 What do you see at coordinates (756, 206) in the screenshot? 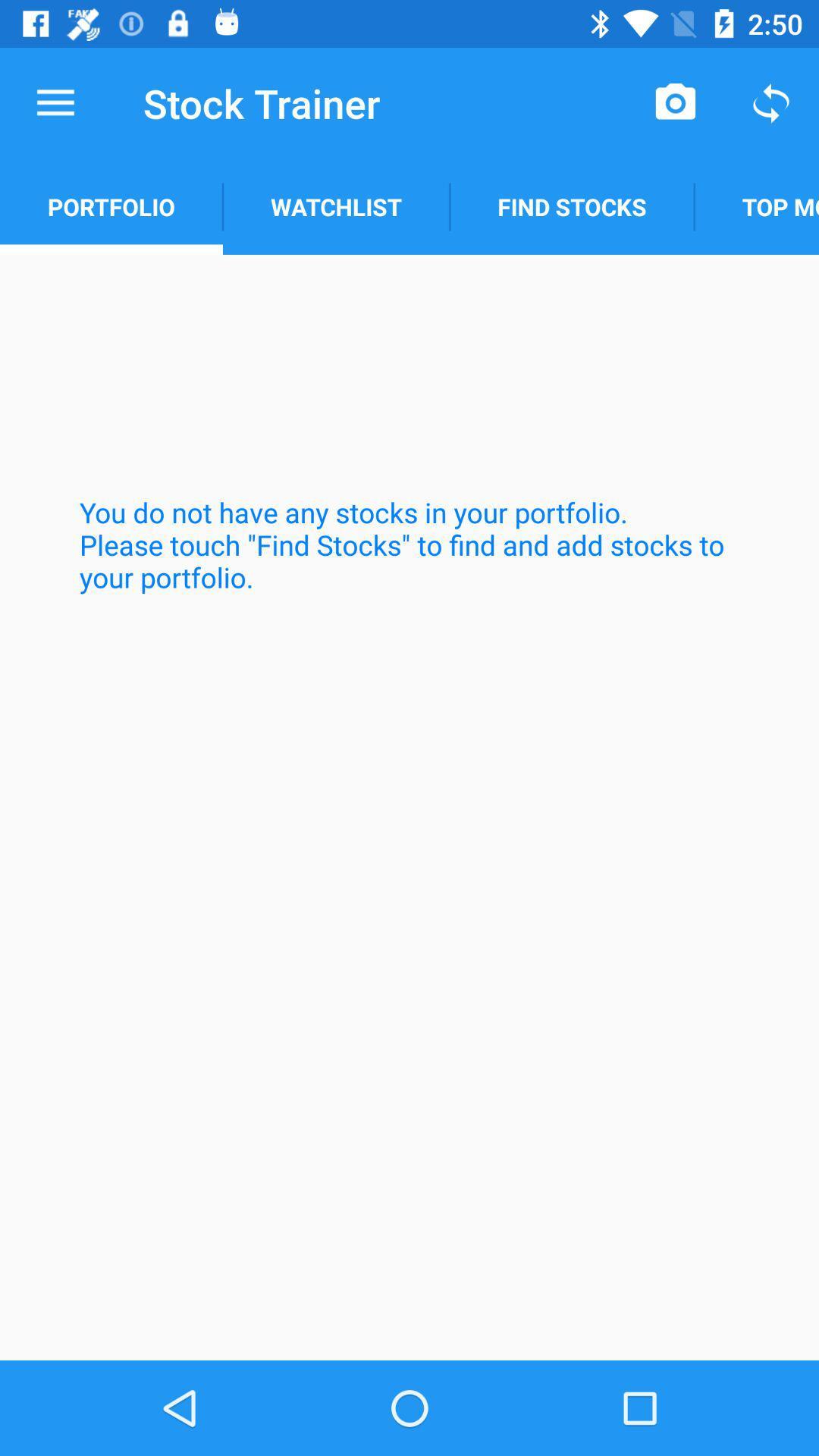
I see `the icon above the you do not` at bounding box center [756, 206].